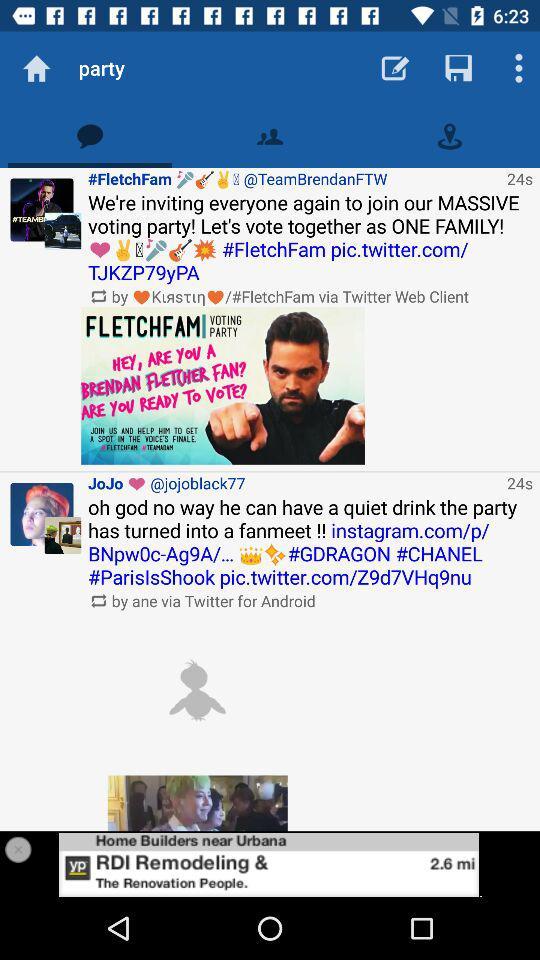 The height and width of the screenshot is (960, 540). Describe the element at coordinates (89, 135) in the screenshot. I see `tweet feed tab` at that location.